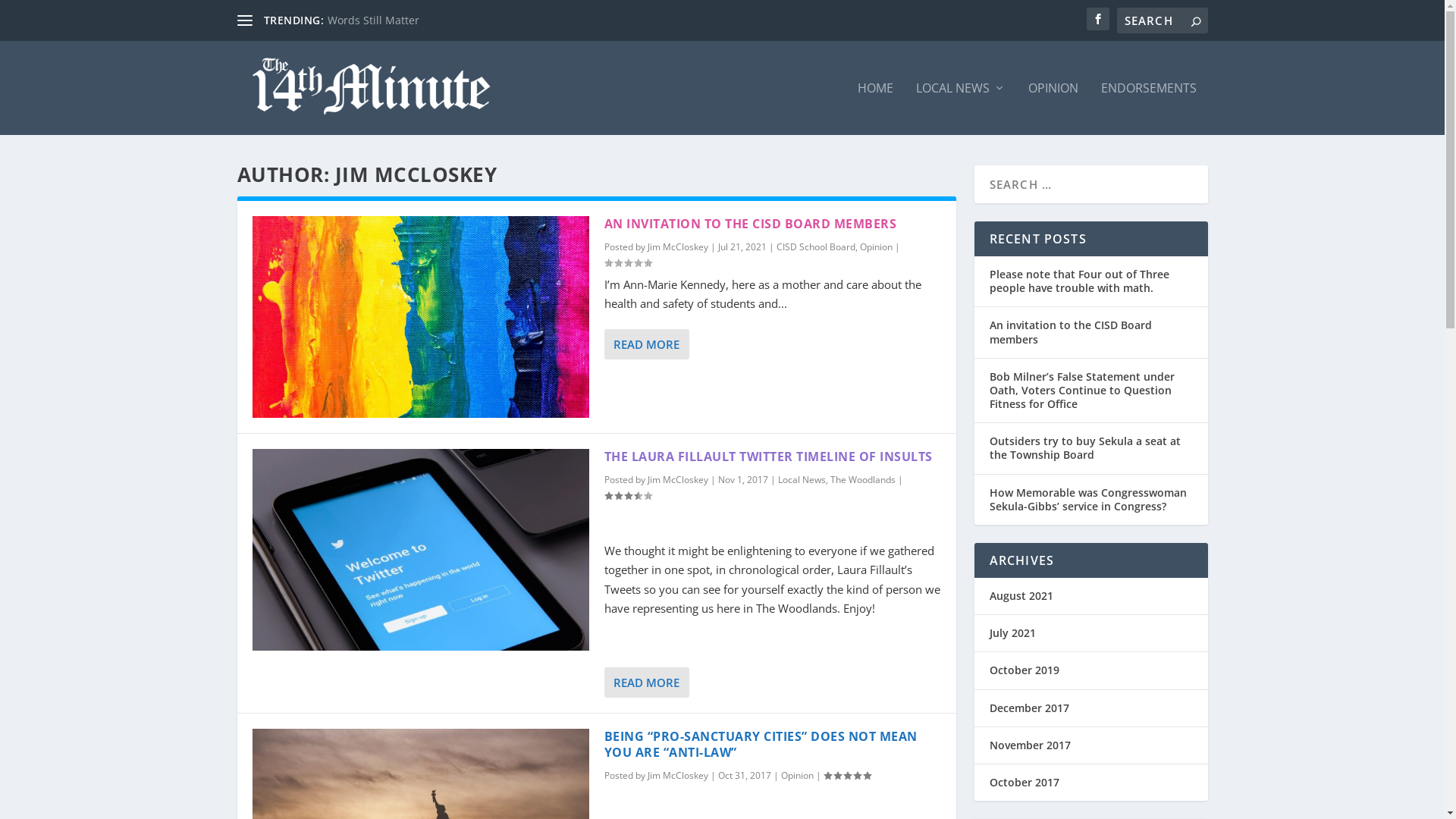 This screenshot has width=1456, height=819. What do you see at coordinates (419, 550) in the screenshot?
I see `'The Laura Fillault Twitter Timeline of Insults'` at bounding box center [419, 550].